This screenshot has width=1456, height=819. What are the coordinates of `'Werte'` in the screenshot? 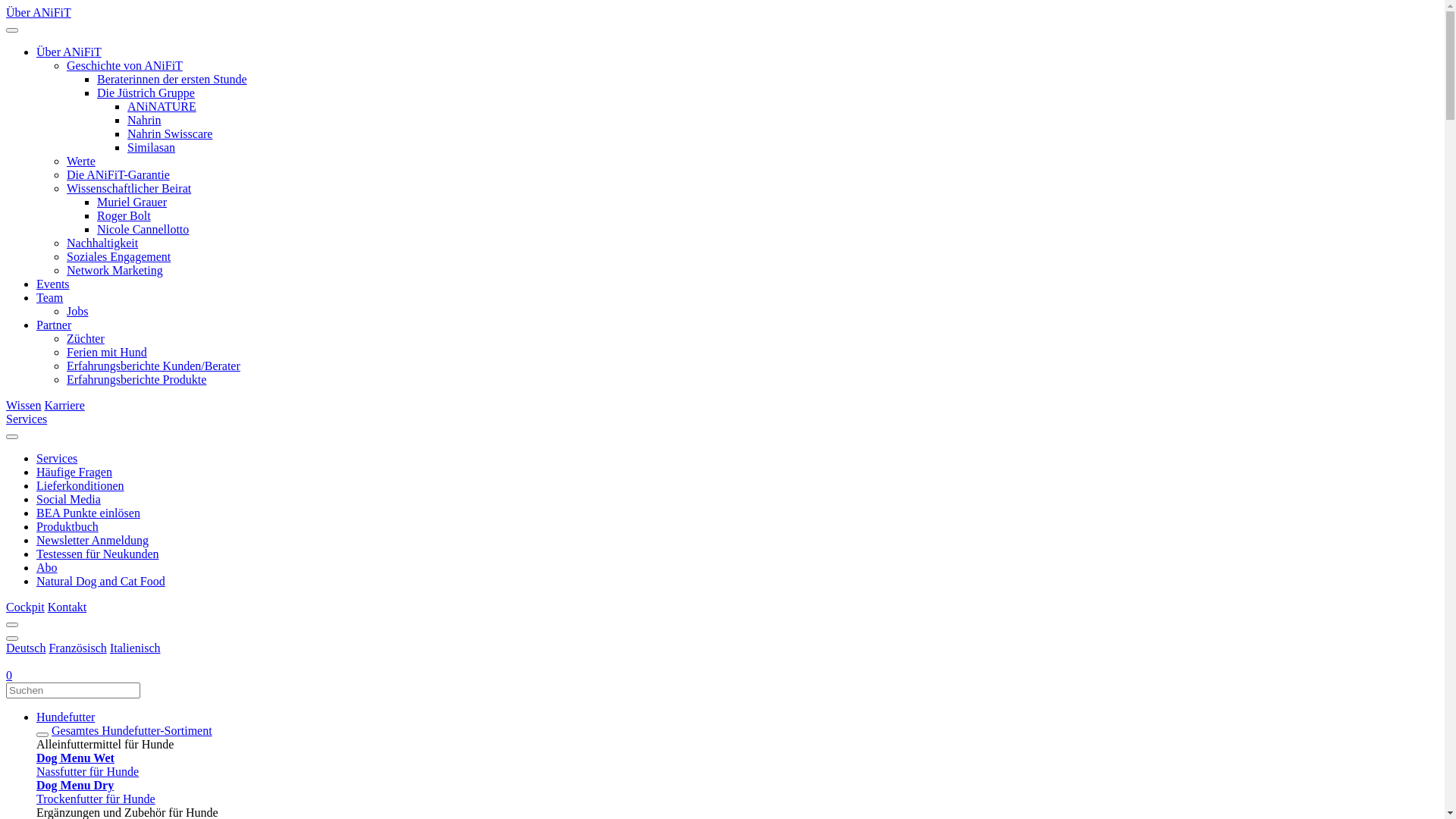 It's located at (65, 161).